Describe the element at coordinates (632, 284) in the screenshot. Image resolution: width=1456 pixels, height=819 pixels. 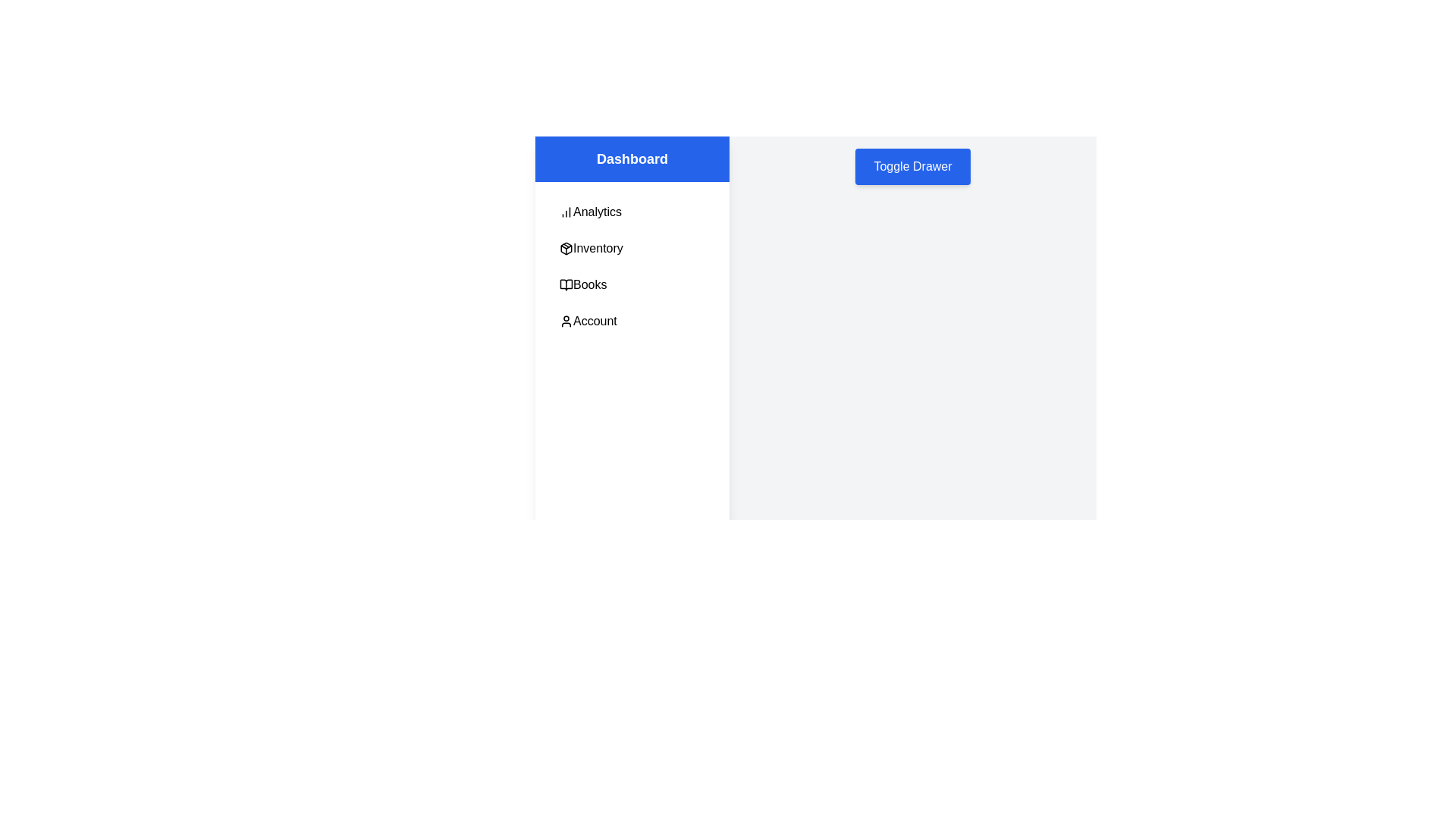
I see `the menu item Books to observe the hover effect` at that location.